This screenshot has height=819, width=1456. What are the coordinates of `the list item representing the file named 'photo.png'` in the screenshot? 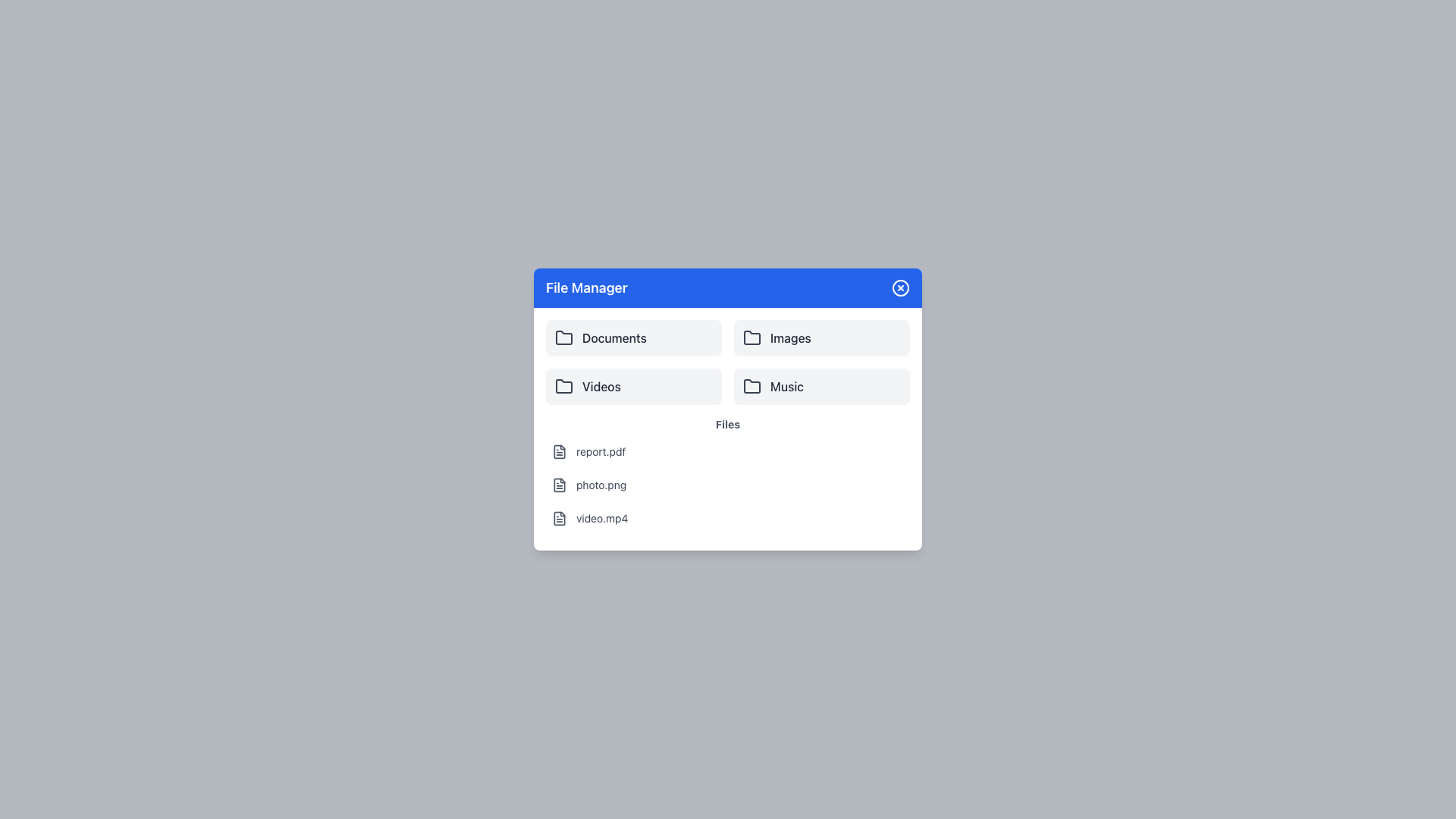 It's located at (728, 485).